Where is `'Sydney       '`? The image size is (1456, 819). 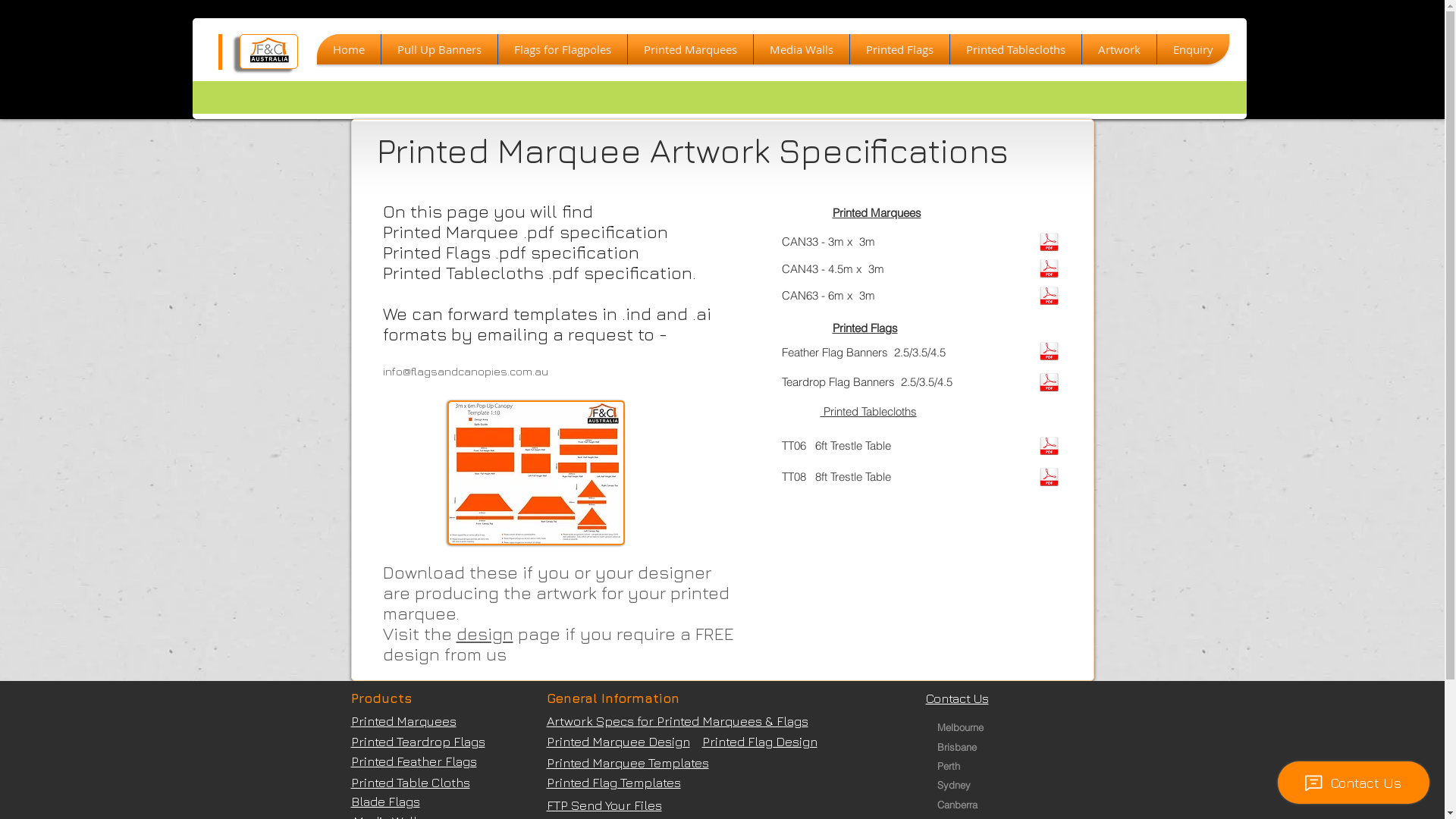
'Sydney       ' is located at coordinates (937, 784).